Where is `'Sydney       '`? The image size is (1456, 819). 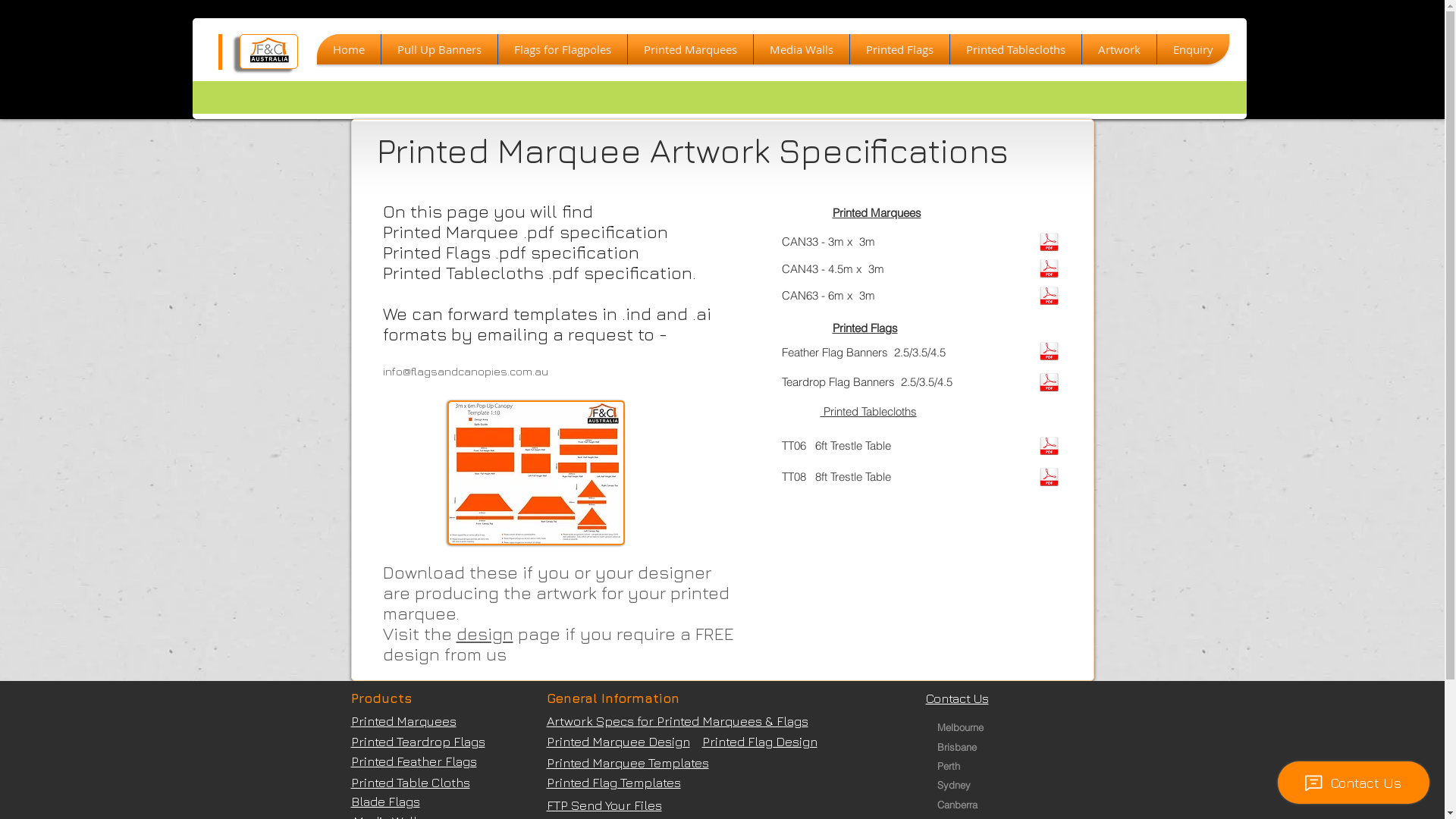
'Sydney       ' is located at coordinates (937, 784).